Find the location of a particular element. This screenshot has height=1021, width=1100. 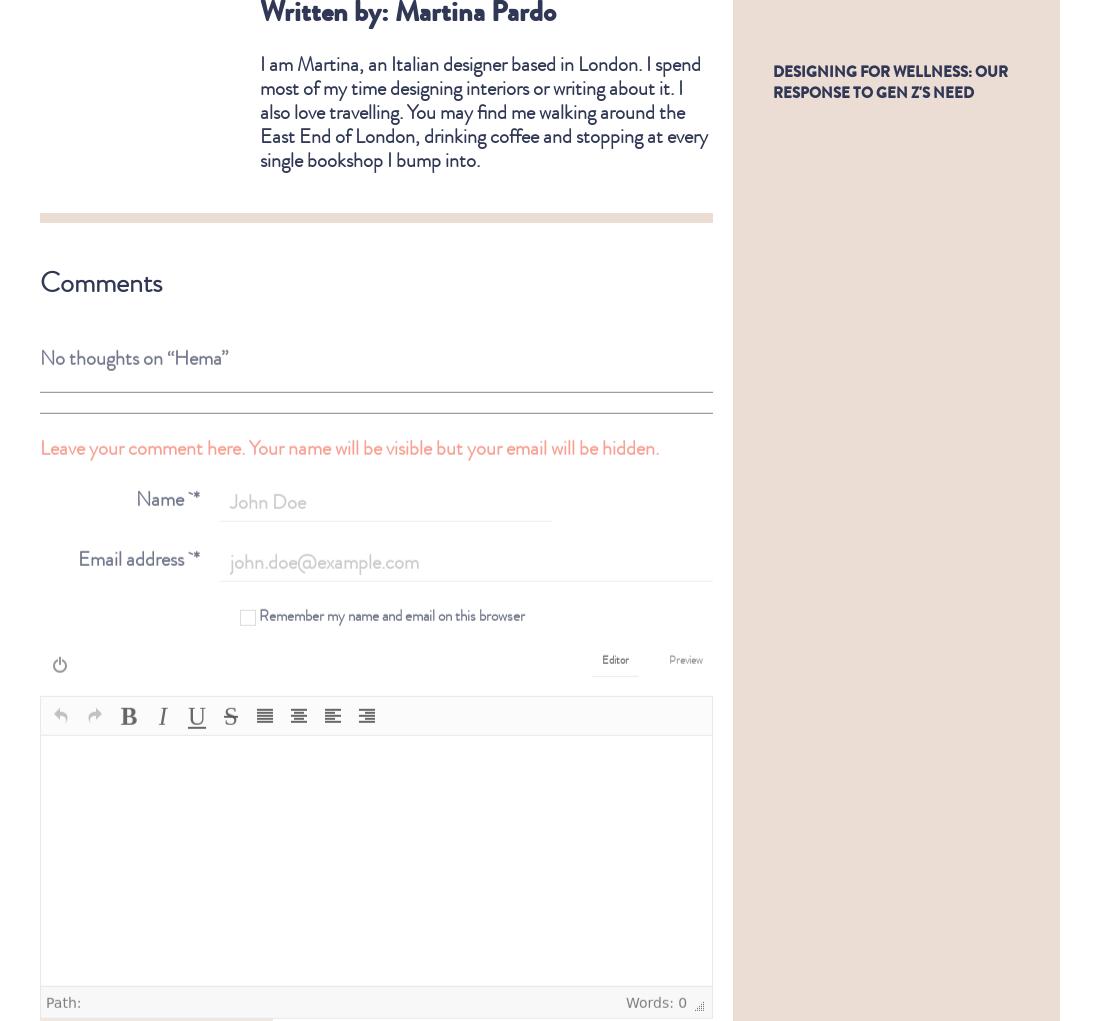

'Email address' is located at coordinates (77, 542).